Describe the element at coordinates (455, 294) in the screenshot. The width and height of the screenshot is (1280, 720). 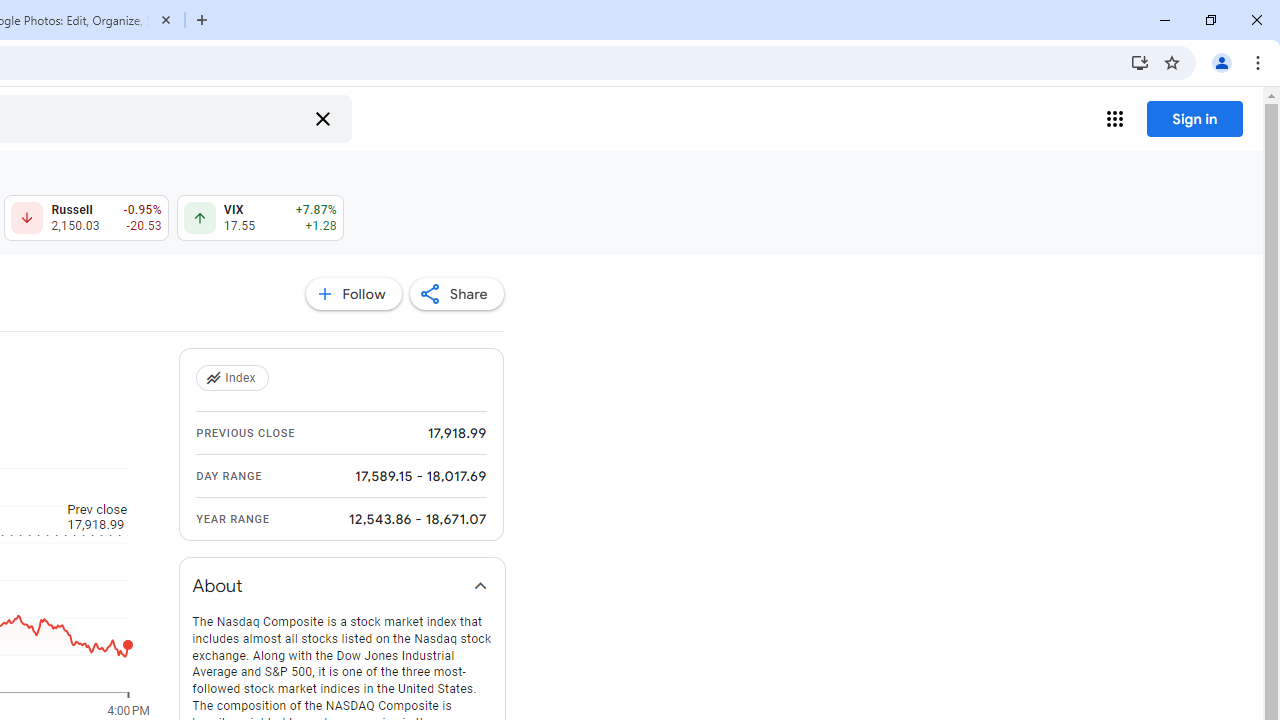
I see `'Share'` at that location.